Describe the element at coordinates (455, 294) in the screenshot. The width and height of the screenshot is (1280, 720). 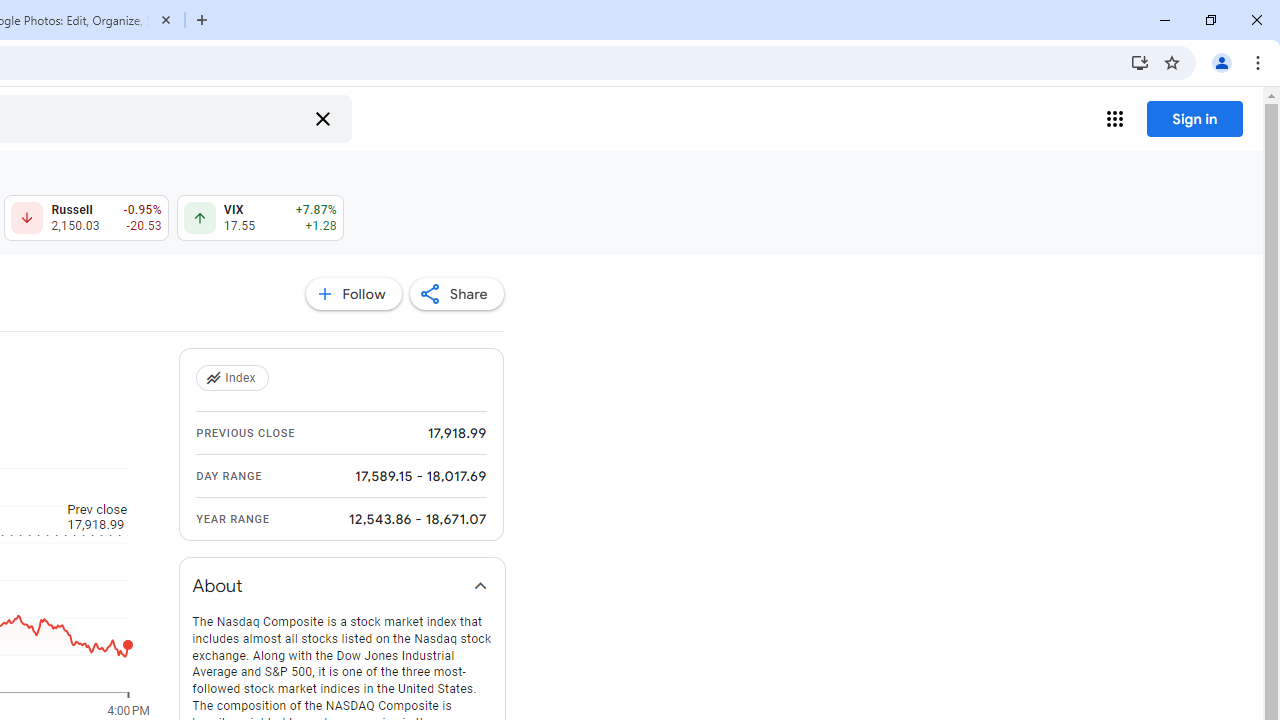
I see `'Share'` at that location.